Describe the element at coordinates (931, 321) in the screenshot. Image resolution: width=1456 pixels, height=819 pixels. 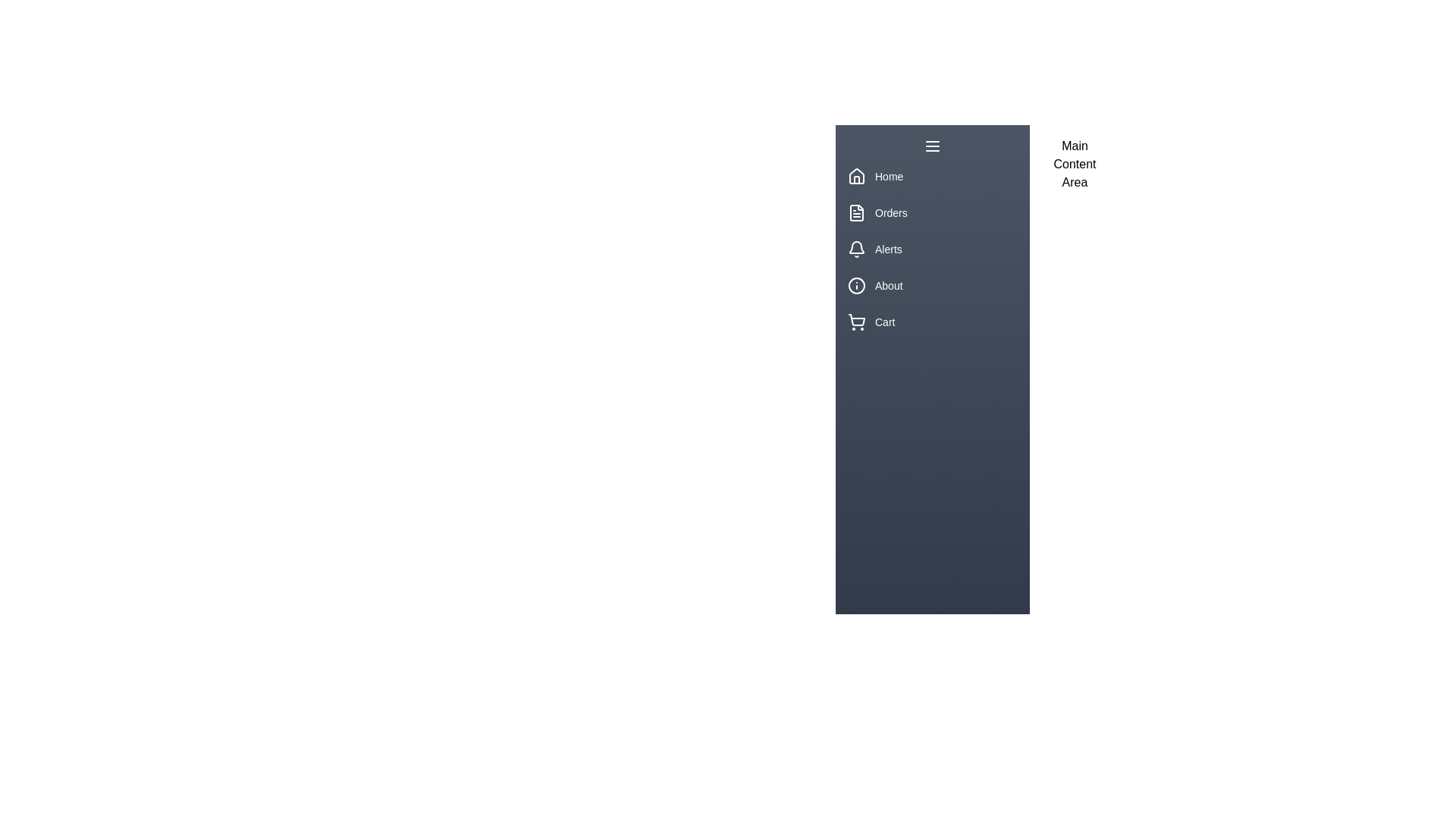
I see `the menu item Cart` at that location.